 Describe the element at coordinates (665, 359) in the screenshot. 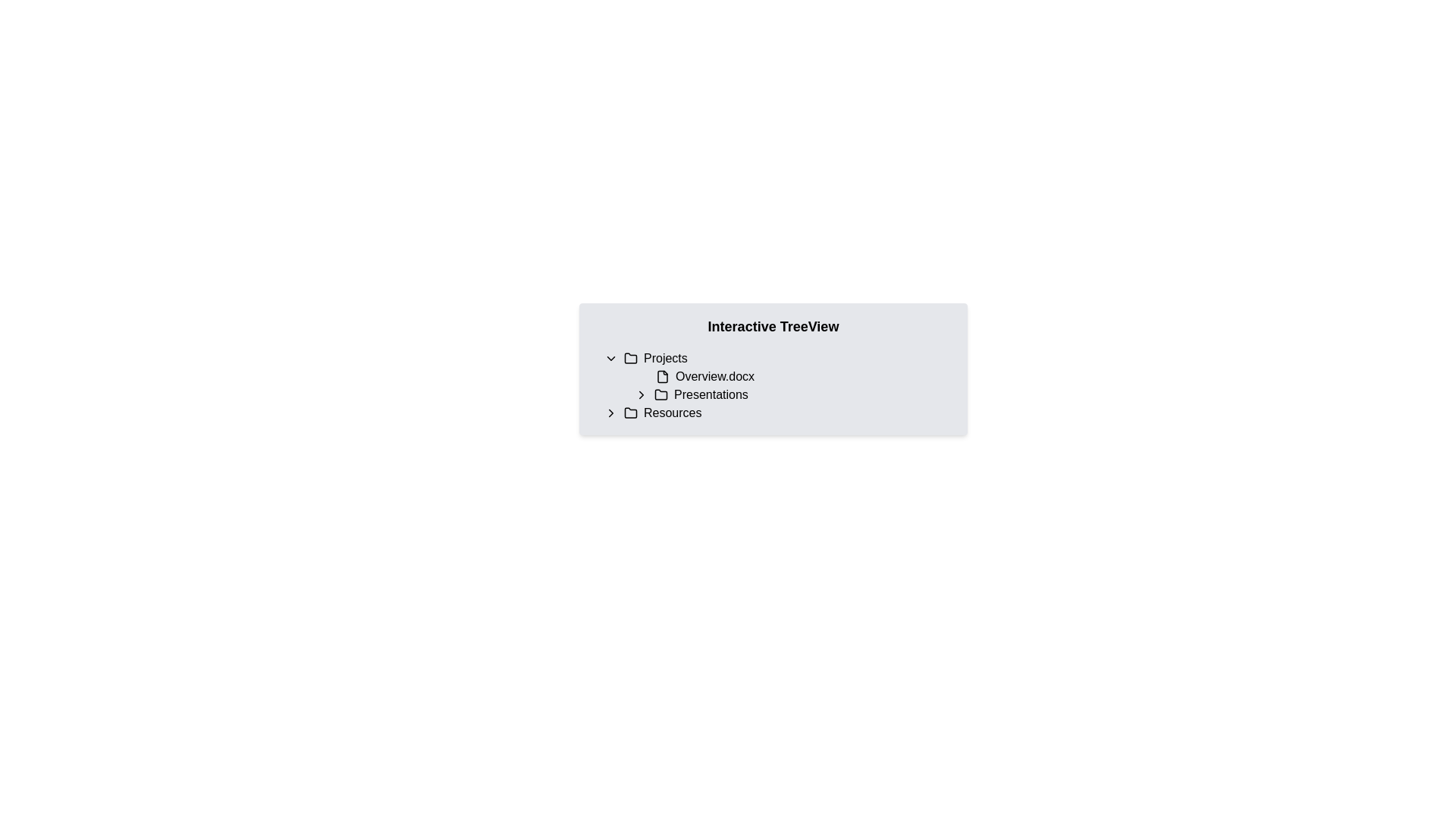

I see `the 'Projects' text label, which is styled in a clear, sans-serif font and is positioned between a folder icon and a chevron indicator within a folder-like UI component` at that location.